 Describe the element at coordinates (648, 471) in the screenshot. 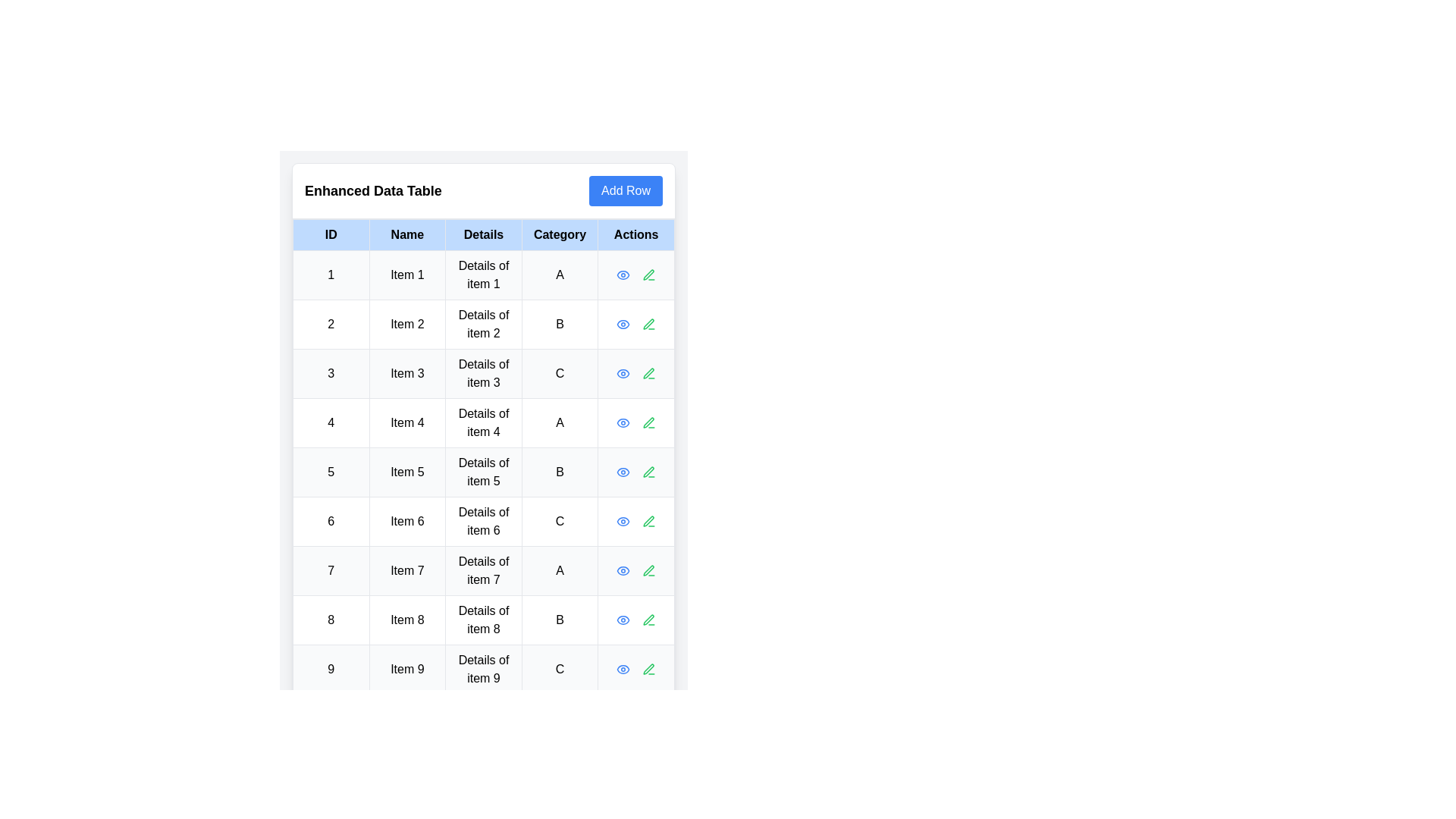

I see `the 'edit' icon in the 'Actions' column for 'Item 5', which is located immediately to the right of the eye icon` at that location.